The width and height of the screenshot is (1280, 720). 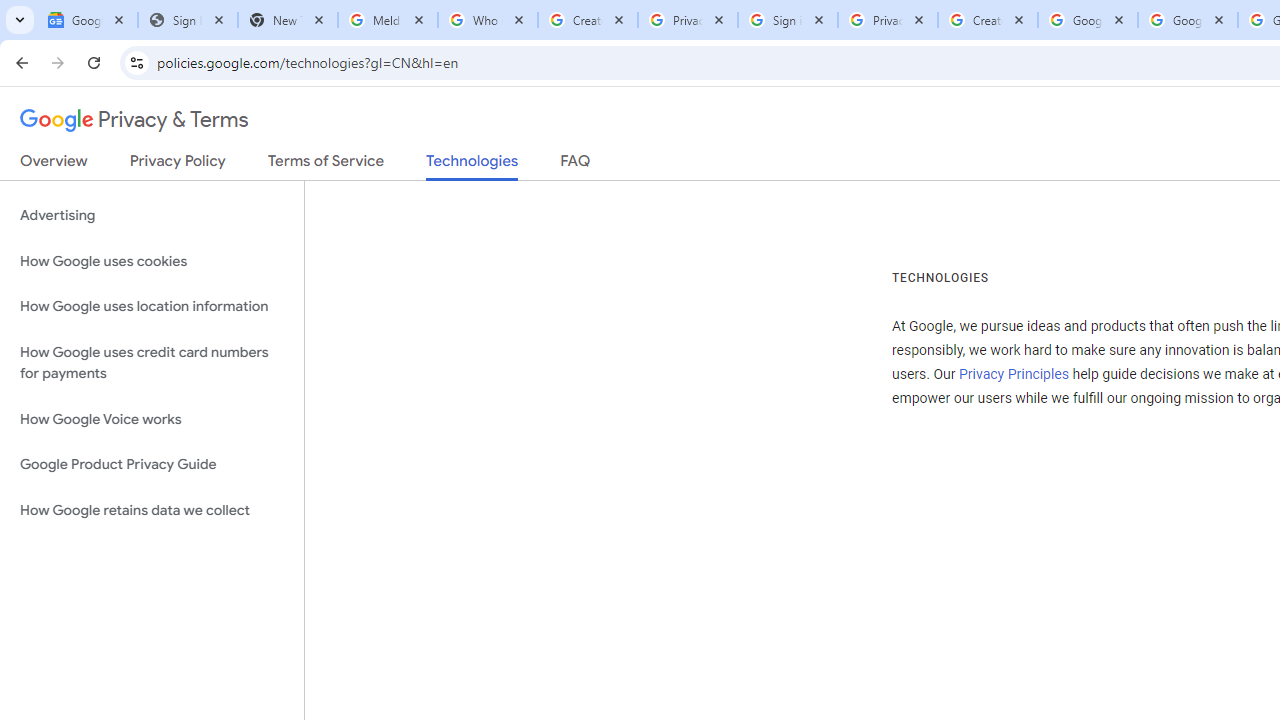 I want to click on 'How Google Voice works', so click(x=151, y=418).